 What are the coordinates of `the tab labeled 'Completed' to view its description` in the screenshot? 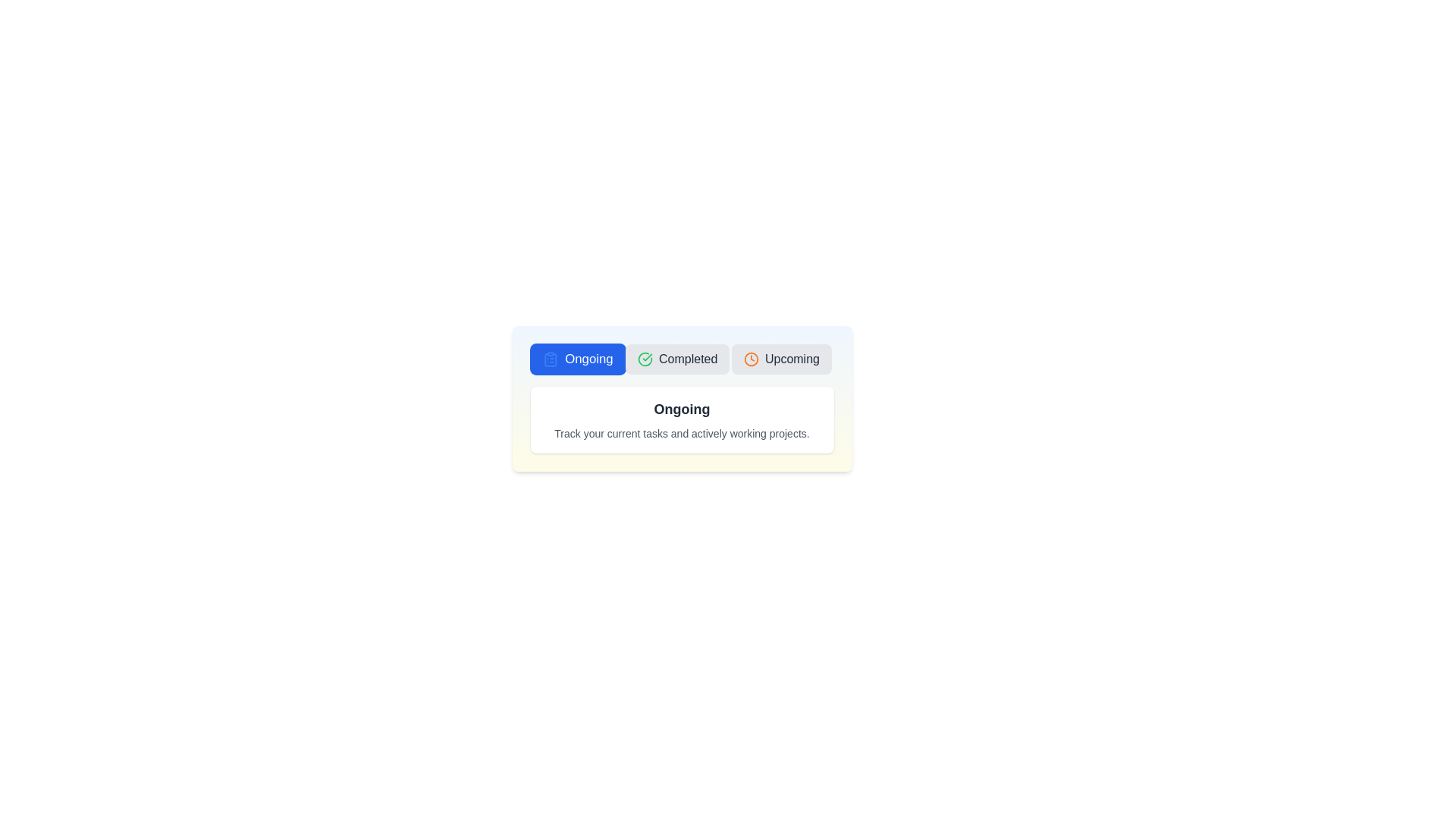 It's located at (676, 359).